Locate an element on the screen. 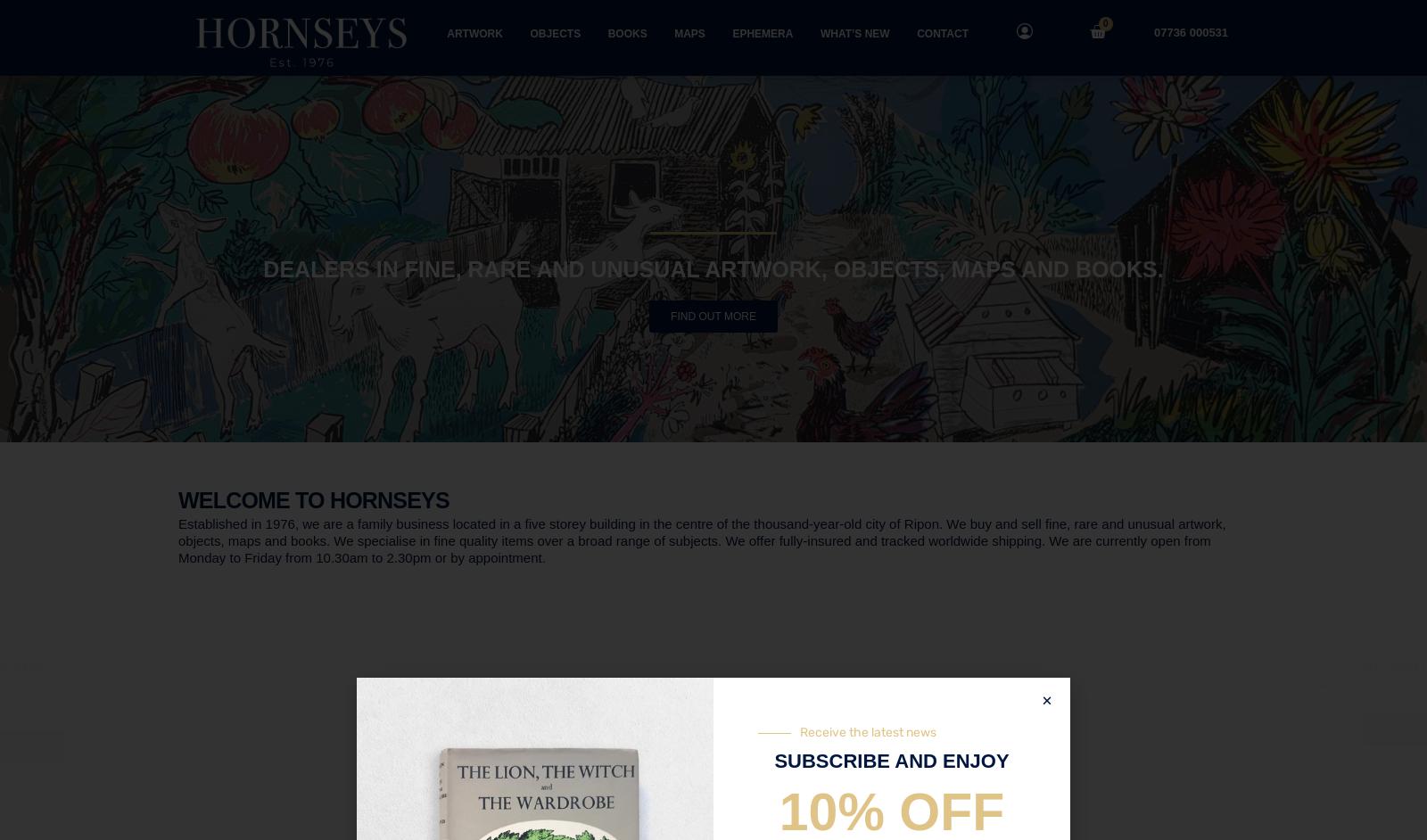  'Search for a particular product' is located at coordinates (713, 675).